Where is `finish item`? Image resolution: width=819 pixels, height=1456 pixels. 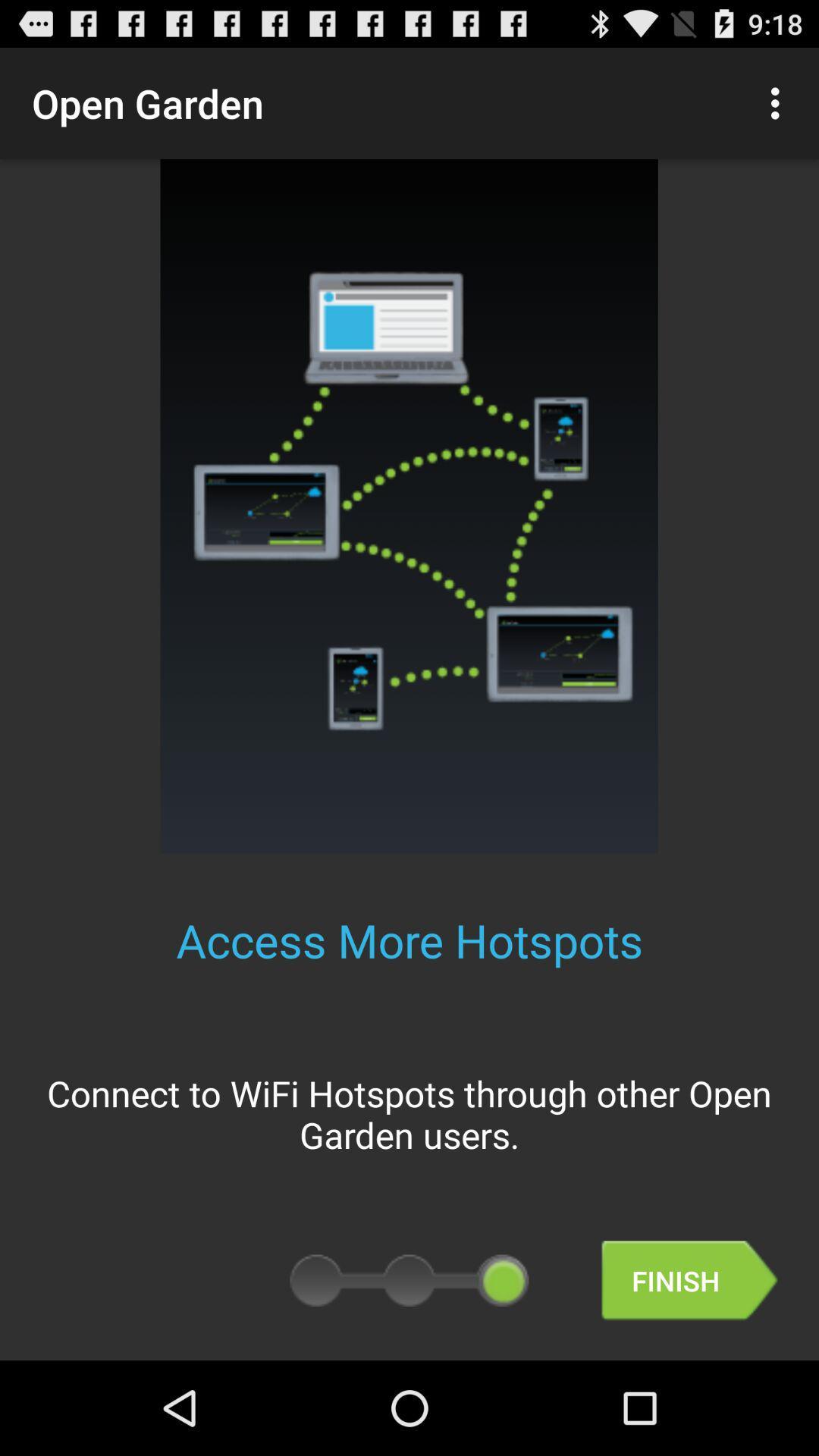 finish item is located at coordinates (689, 1280).